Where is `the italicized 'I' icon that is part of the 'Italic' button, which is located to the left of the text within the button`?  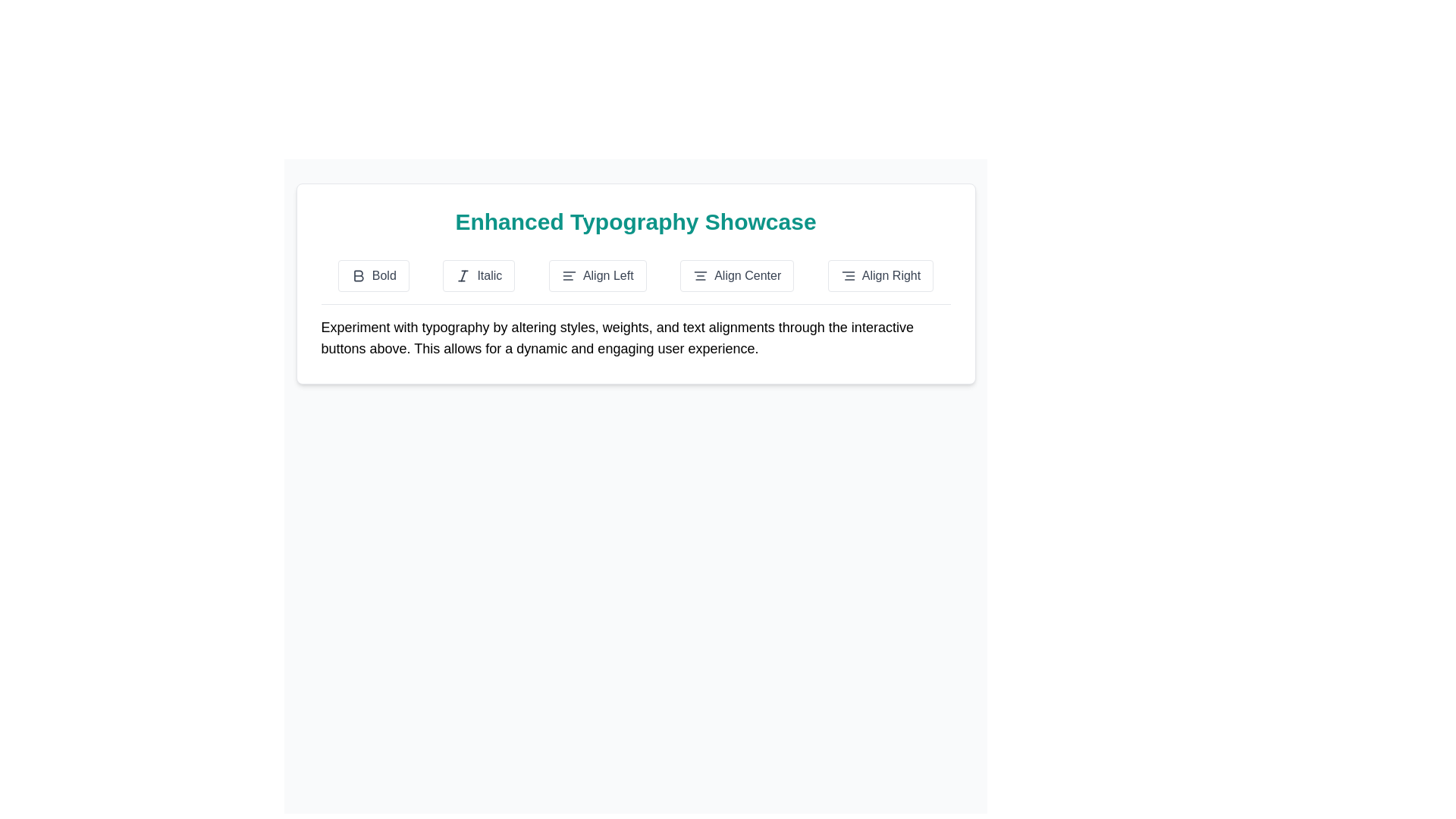
the italicized 'I' icon that is part of the 'Italic' button, which is located to the left of the text within the button is located at coordinates (463, 275).